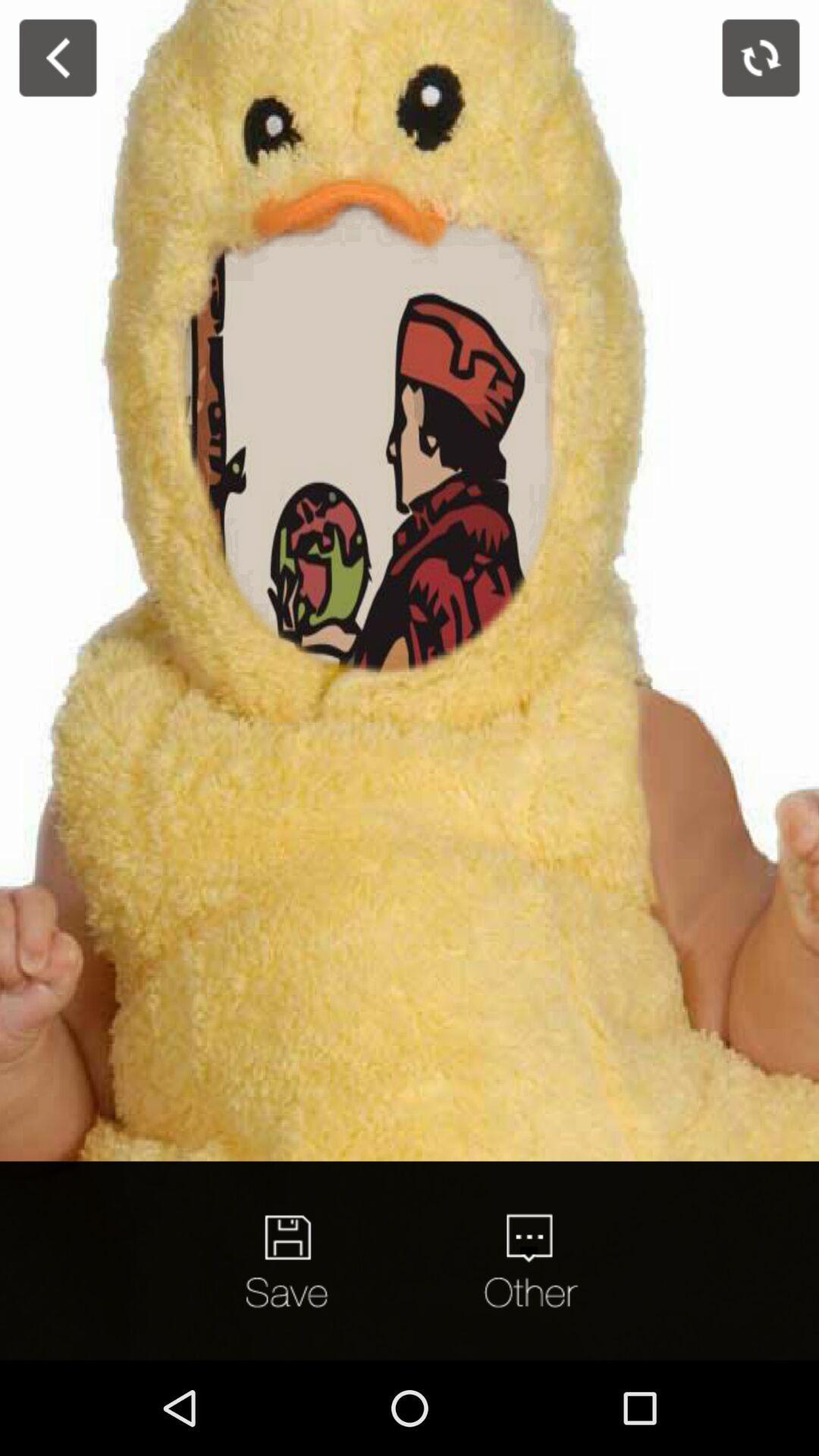 Image resolution: width=819 pixels, height=1456 pixels. Describe the element at coordinates (761, 58) in the screenshot. I see `the item at the top right corner` at that location.